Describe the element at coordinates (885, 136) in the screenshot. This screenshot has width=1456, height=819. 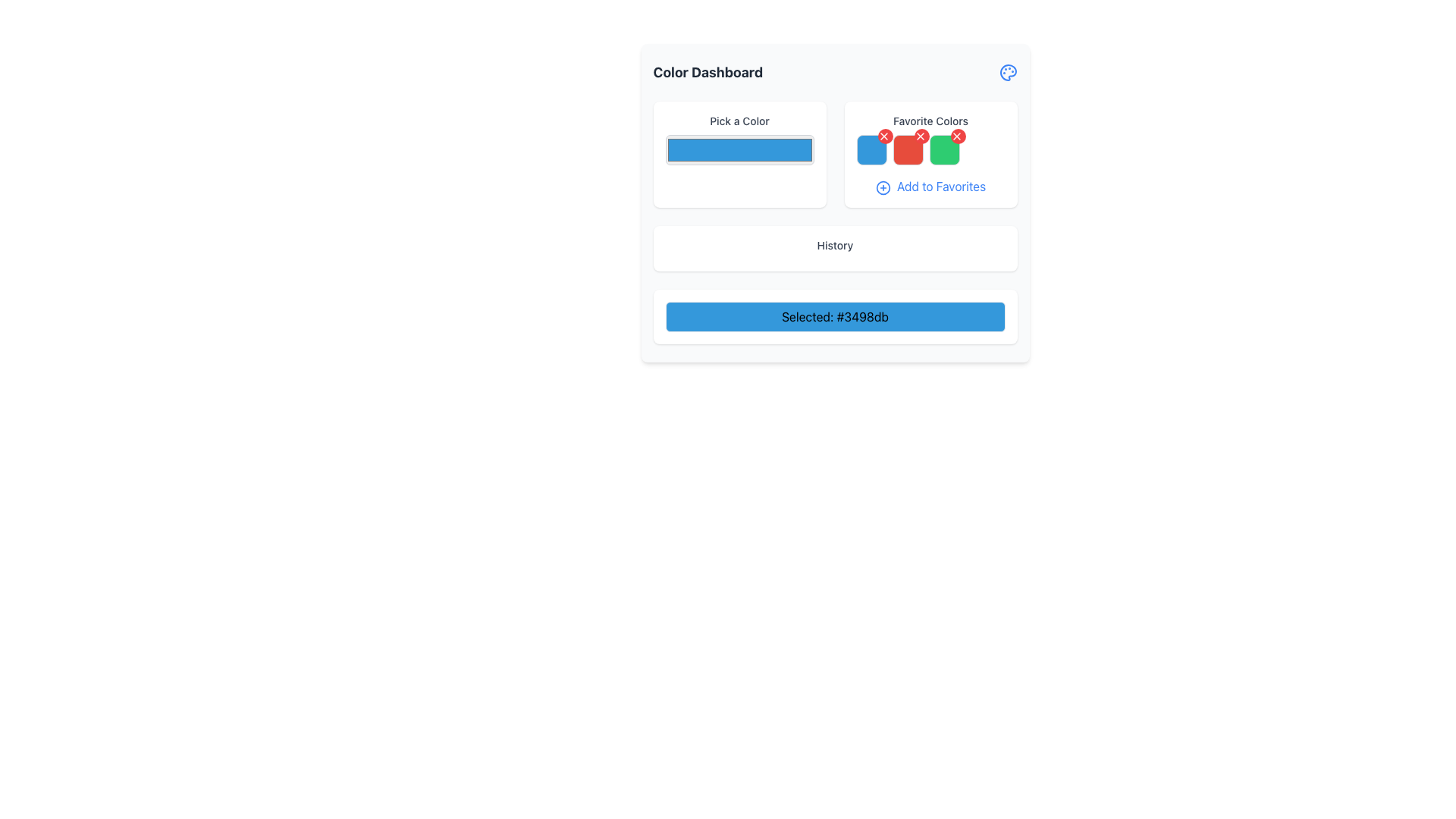
I see `the button located at the top-right corner of the red color block in the 'Favorite Colors' section` at that location.